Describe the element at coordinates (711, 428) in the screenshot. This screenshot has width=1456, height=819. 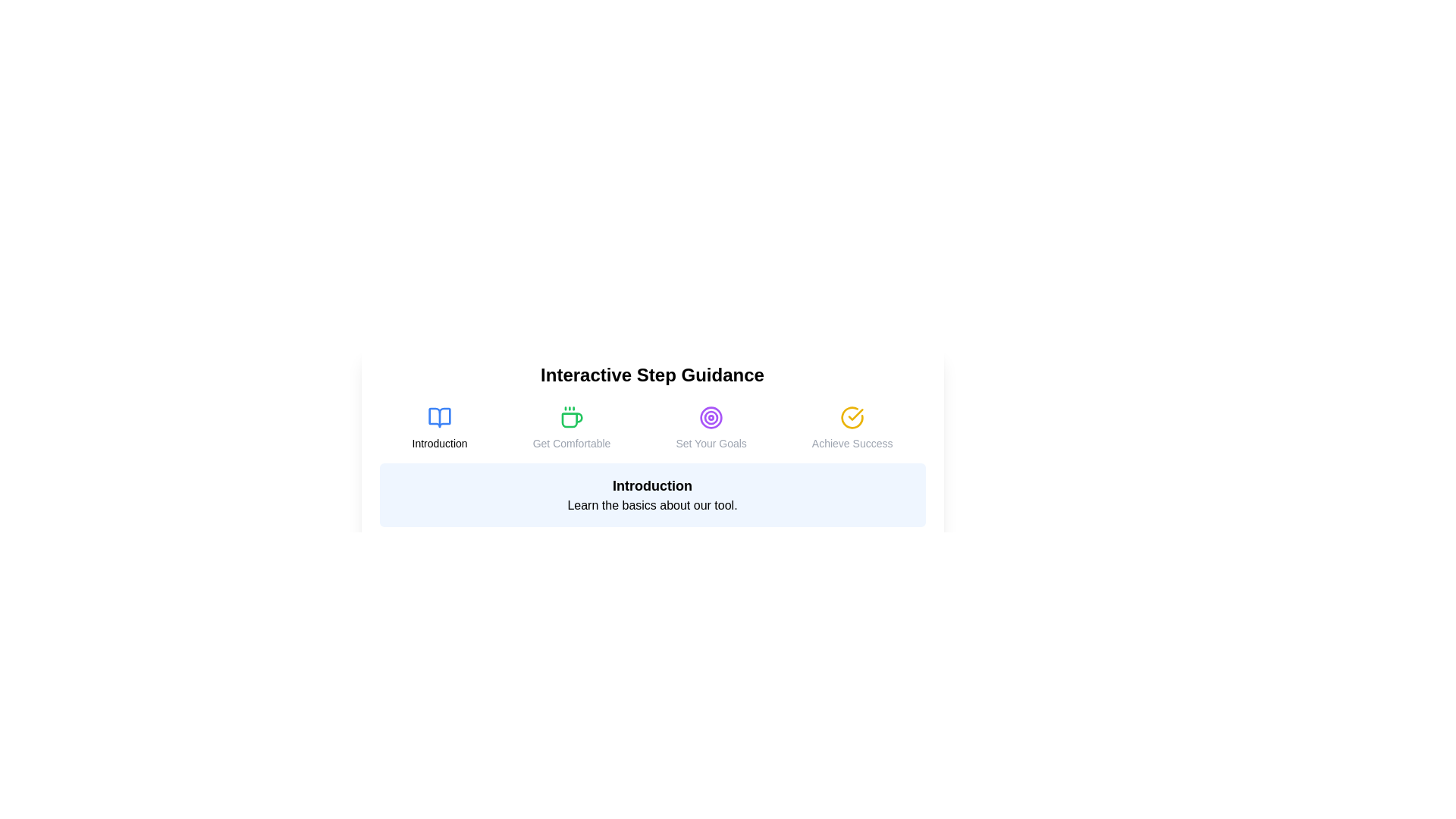
I see `the button with a circular purple target icon and the label 'Set Your Goals', located centrally in the top half of the interface` at that location.